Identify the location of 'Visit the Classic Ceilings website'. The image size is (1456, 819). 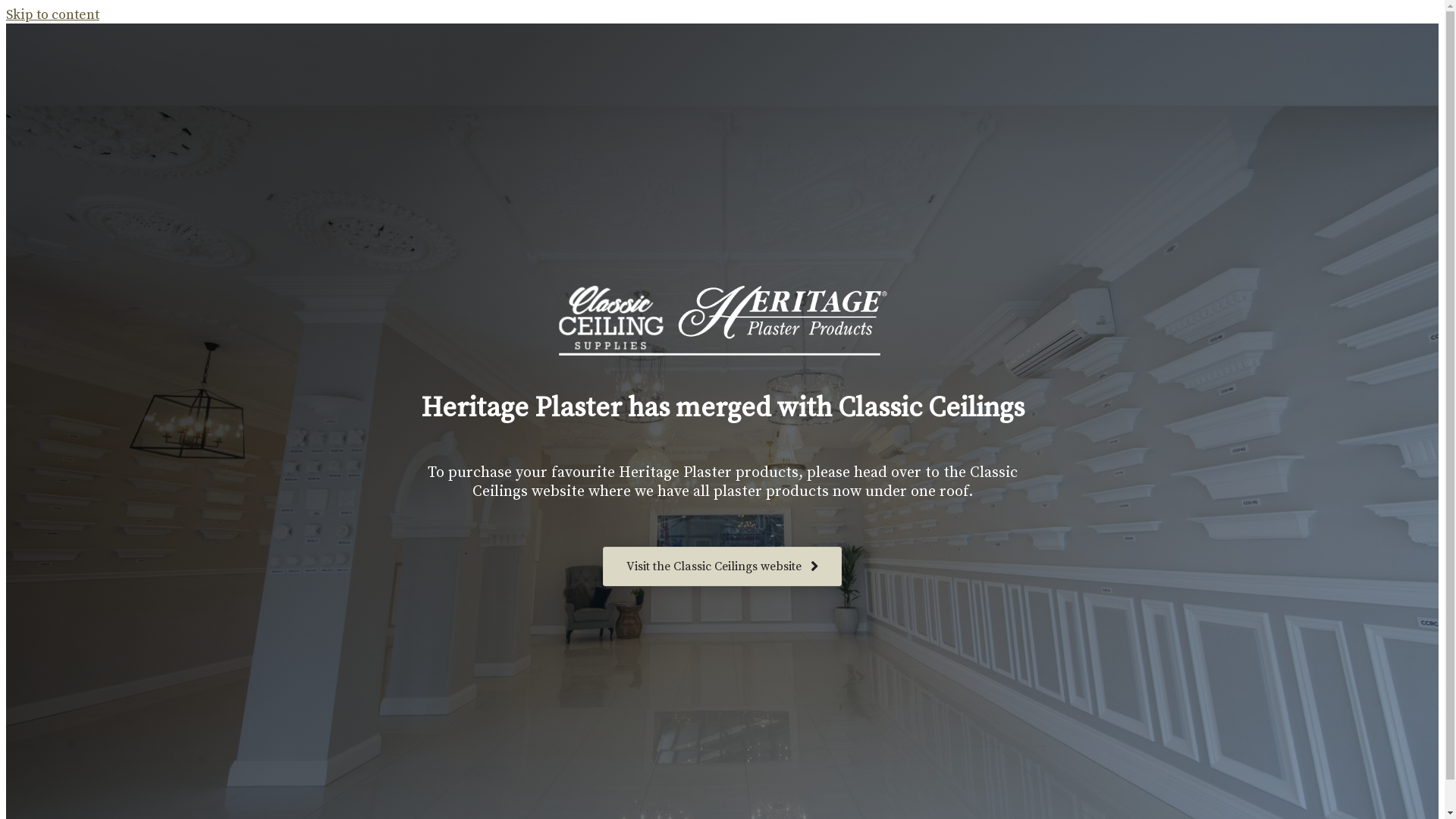
(721, 566).